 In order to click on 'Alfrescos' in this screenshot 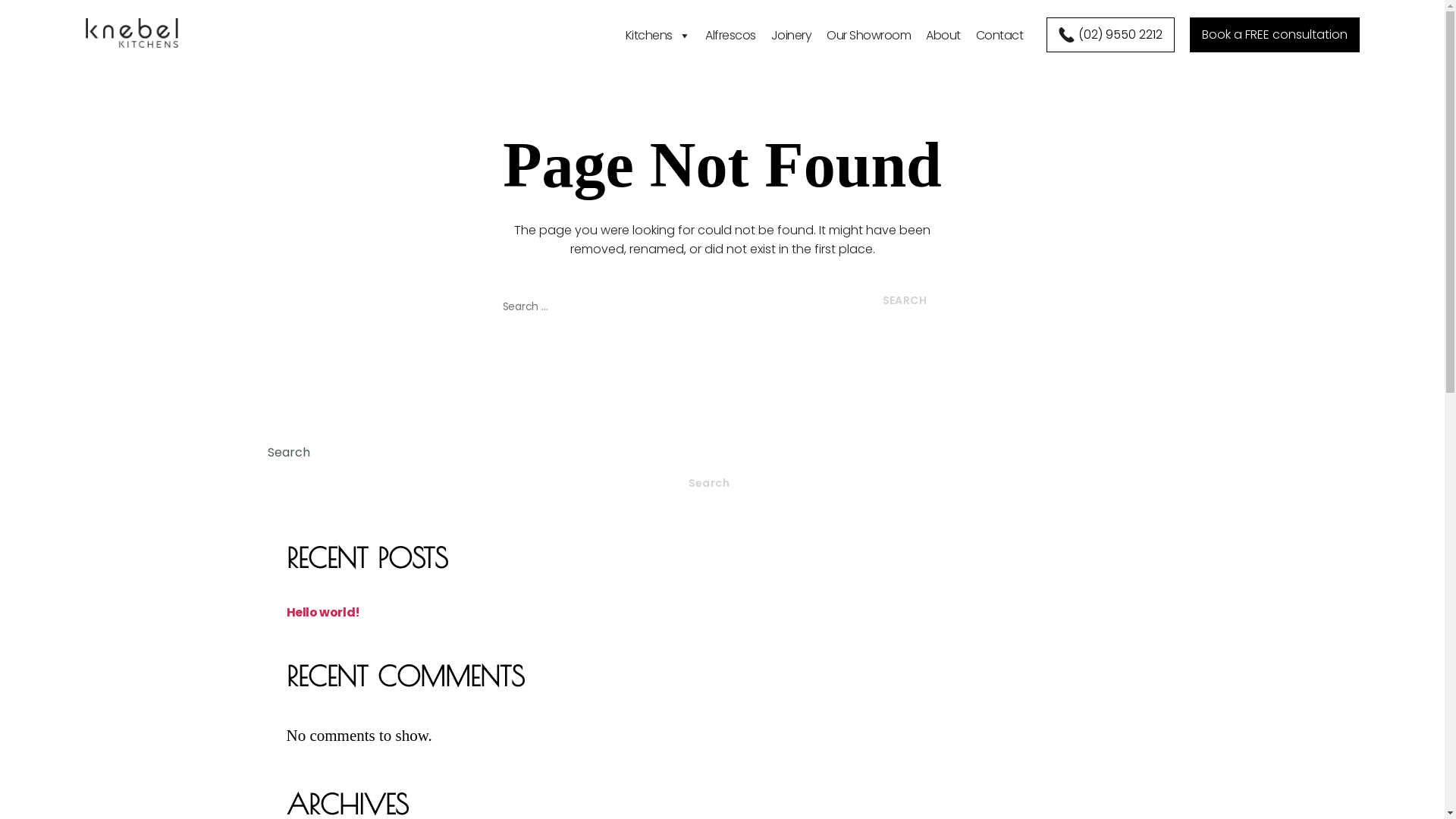, I will do `click(730, 30)`.